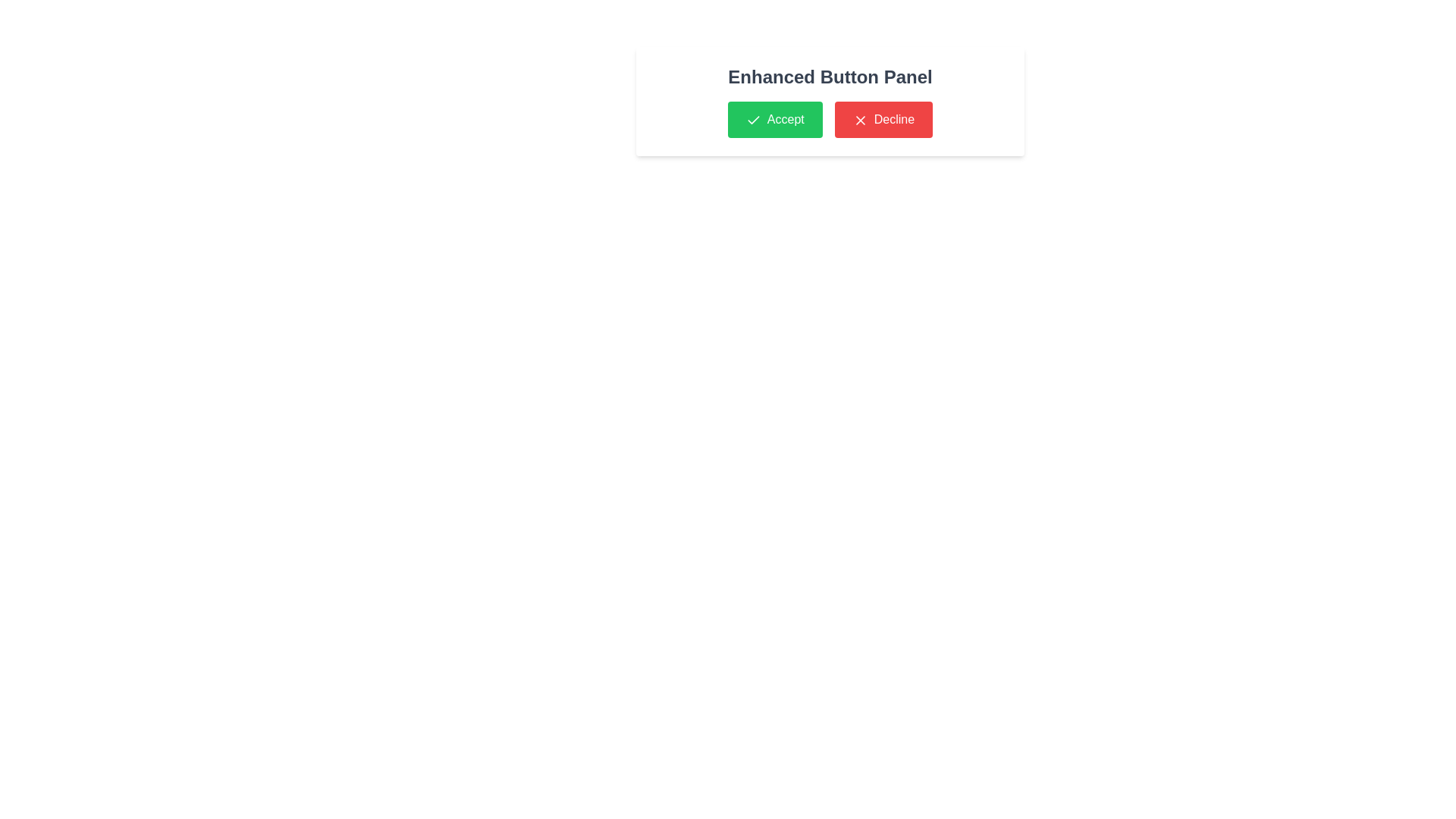 The height and width of the screenshot is (819, 1456). Describe the element at coordinates (753, 119) in the screenshot. I see `decorative icon located at the top-left corner of the green 'Accept' button, which reinforces the button's confirmation action meaning` at that location.